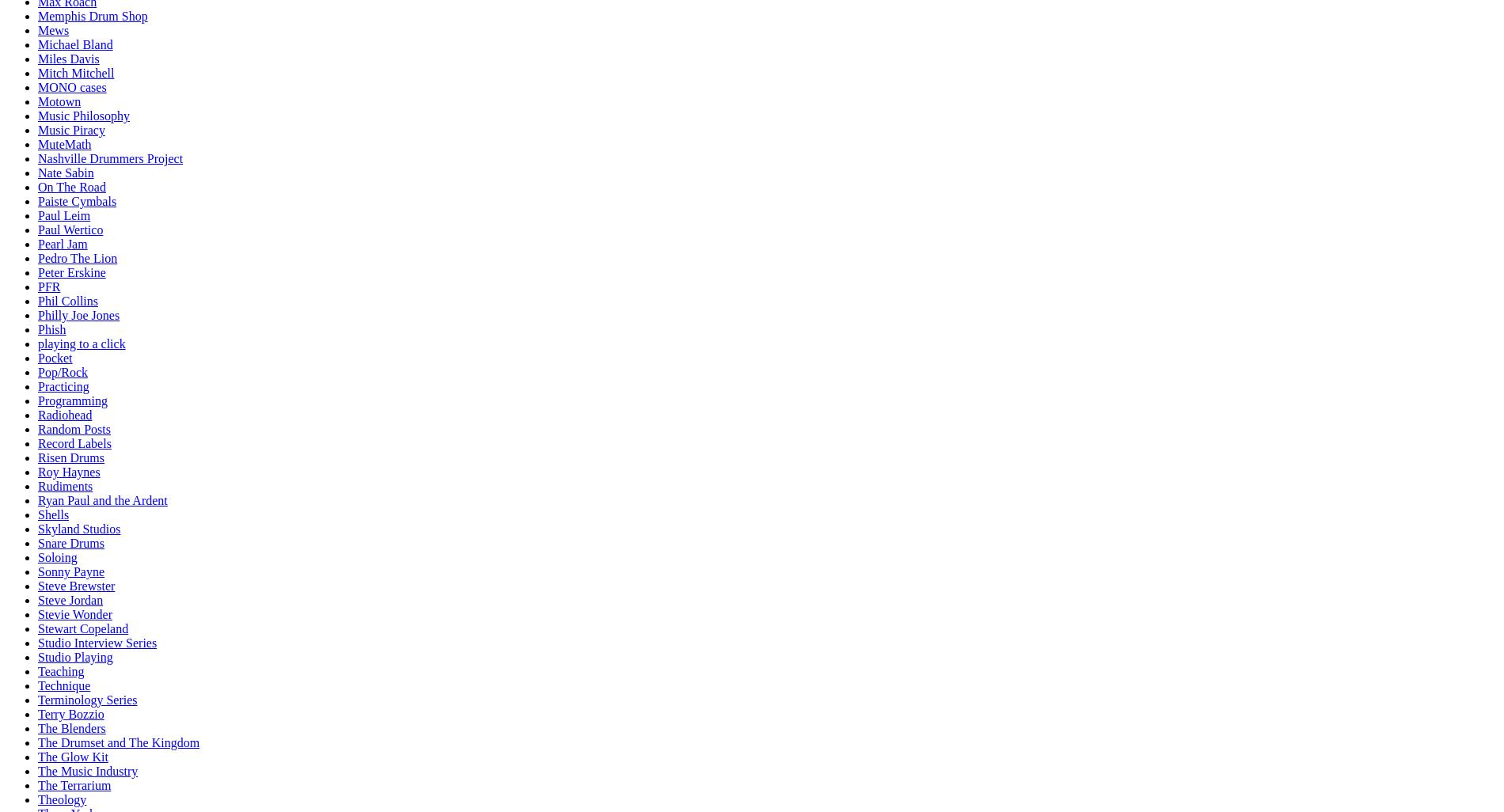 The height and width of the screenshot is (812, 1504). I want to click on 'Motown', so click(59, 101).